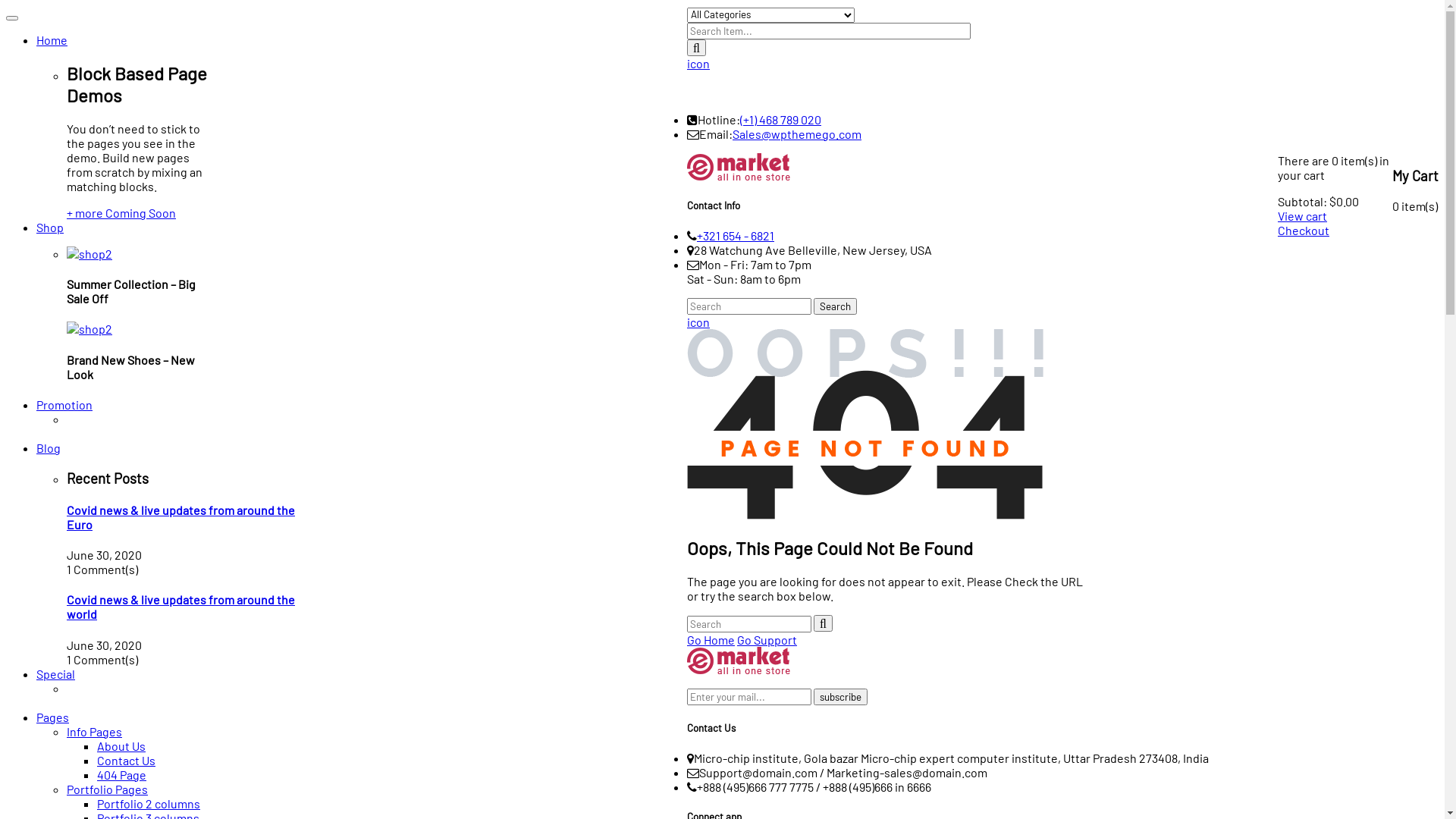 The width and height of the screenshot is (1456, 819). I want to click on 'Covid news & live updates from around the Euro', so click(180, 516).